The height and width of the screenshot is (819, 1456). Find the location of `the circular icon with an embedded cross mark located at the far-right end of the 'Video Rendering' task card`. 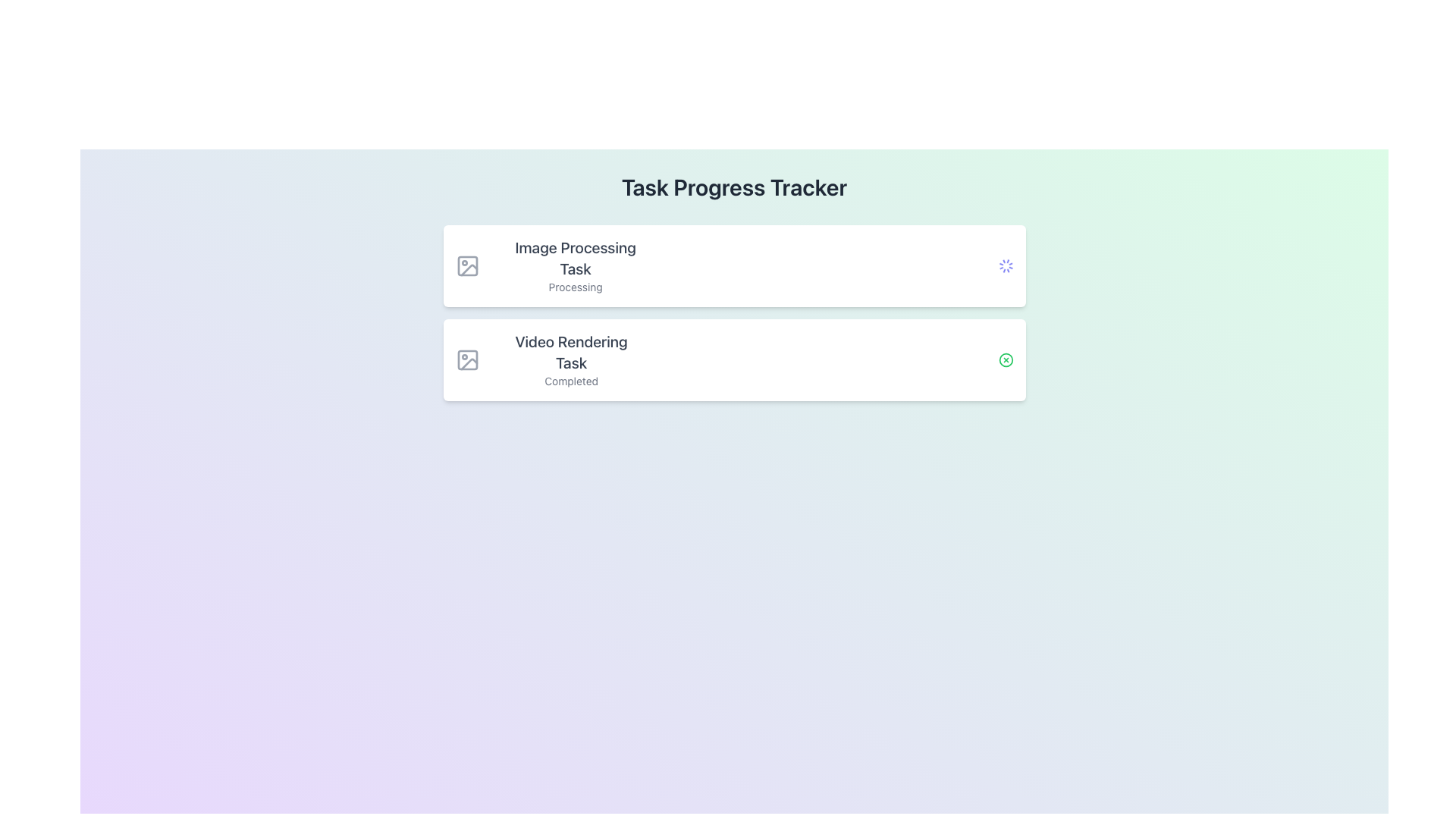

the circular icon with an embedded cross mark located at the far-right end of the 'Video Rendering' task card is located at coordinates (1006, 359).